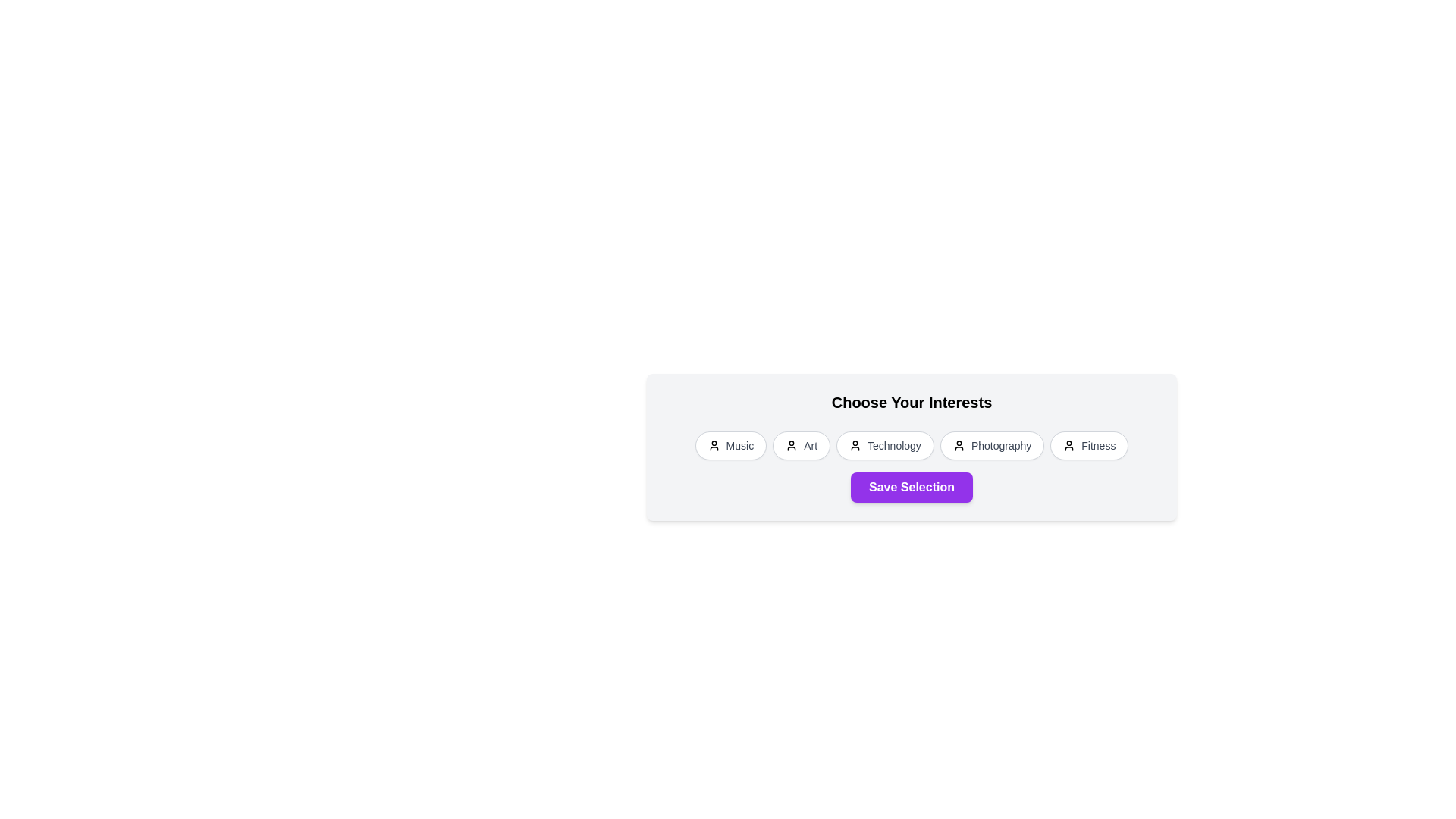 The height and width of the screenshot is (819, 1456). I want to click on the interest chip labeled Photography by clicking on it, so click(992, 444).